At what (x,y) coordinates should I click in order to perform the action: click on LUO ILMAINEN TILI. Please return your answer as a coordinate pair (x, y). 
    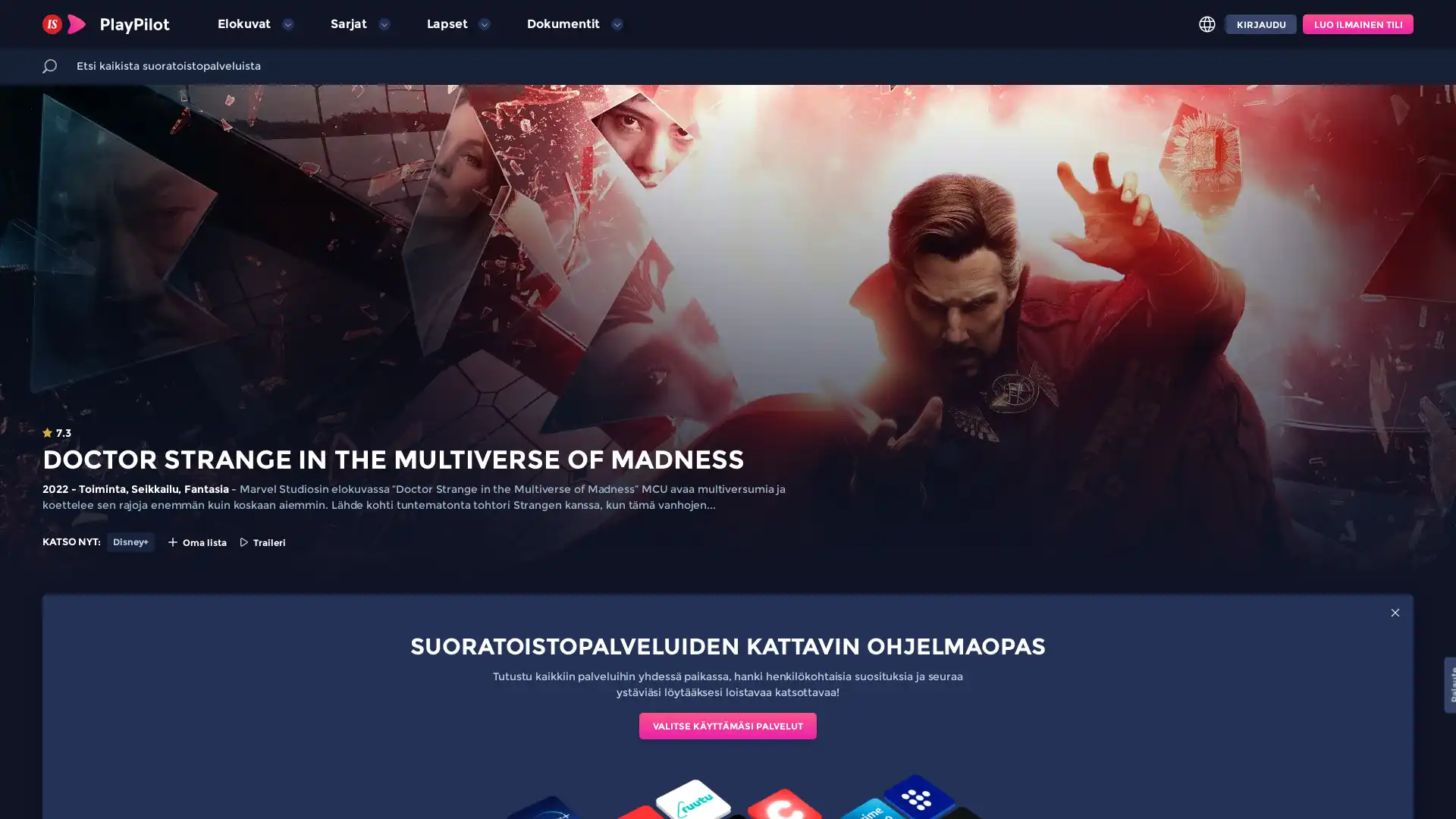
    Looking at the image, I should click on (1357, 24).